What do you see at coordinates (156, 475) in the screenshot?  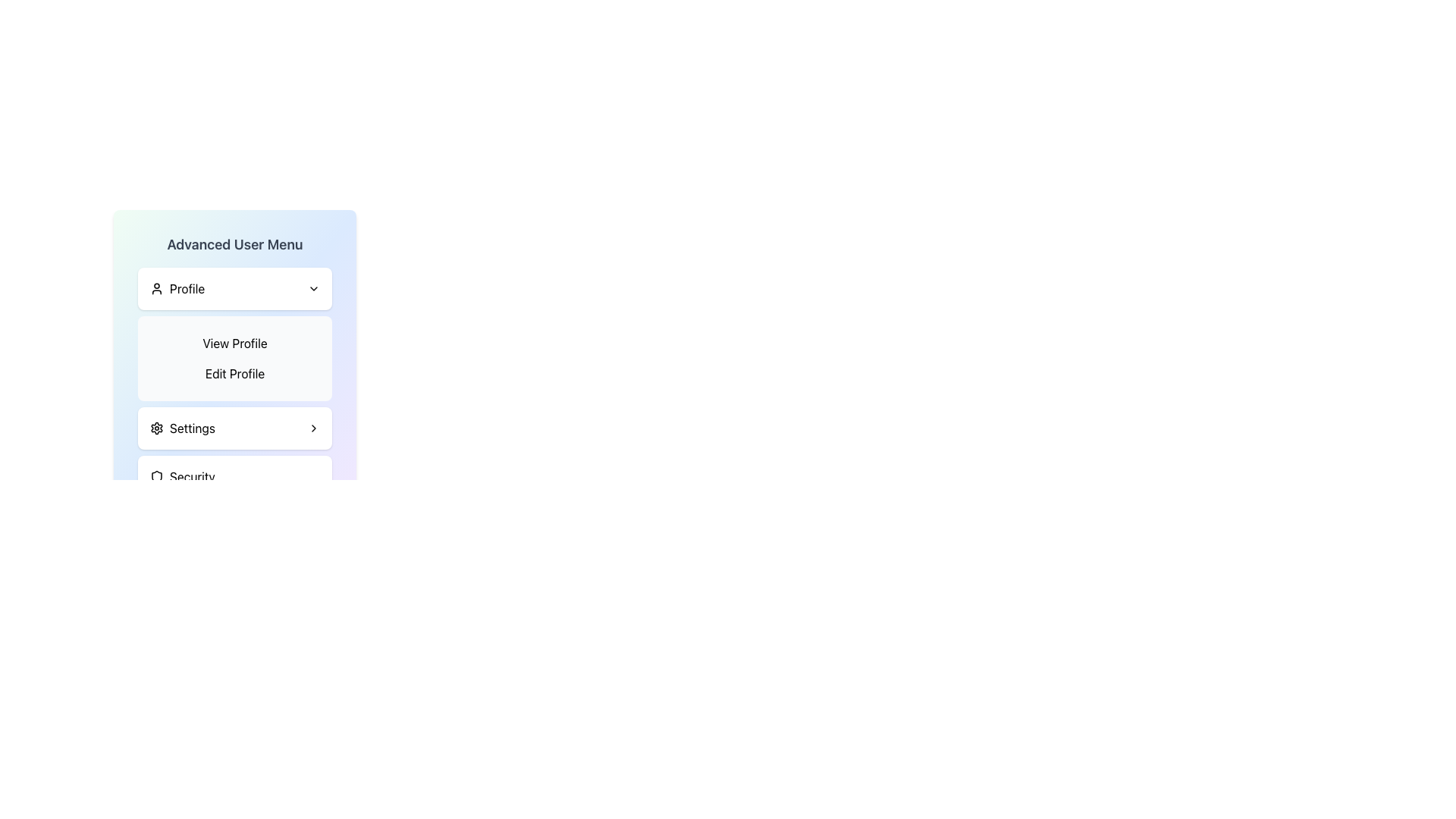 I see `the sleek, modern shield-shaped icon located to the left of the text 'Security' in the vertical menu` at bounding box center [156, 475].